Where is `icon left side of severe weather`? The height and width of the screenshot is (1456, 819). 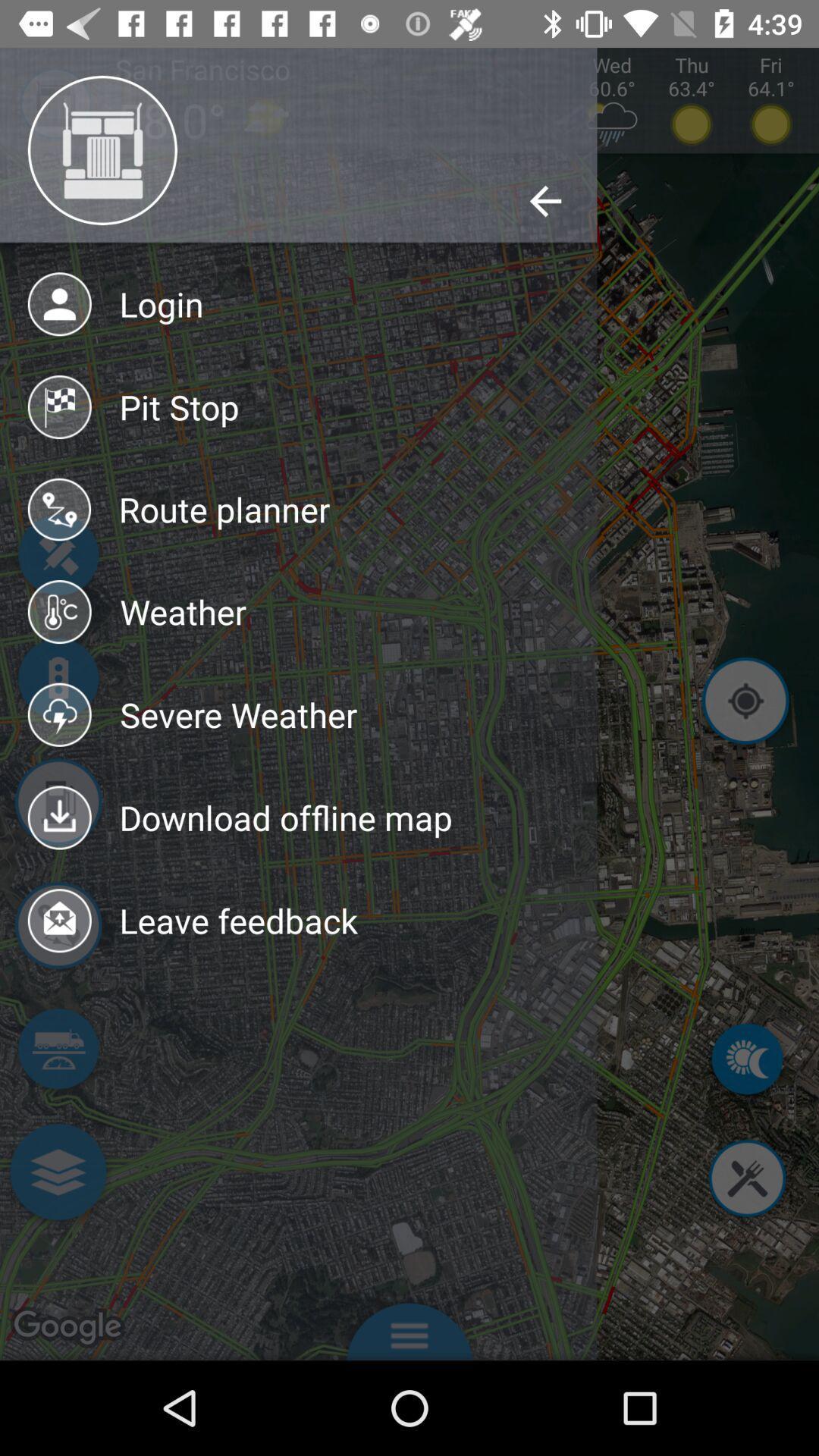
icon left side of severe weather is located at coordinates (59, 714).